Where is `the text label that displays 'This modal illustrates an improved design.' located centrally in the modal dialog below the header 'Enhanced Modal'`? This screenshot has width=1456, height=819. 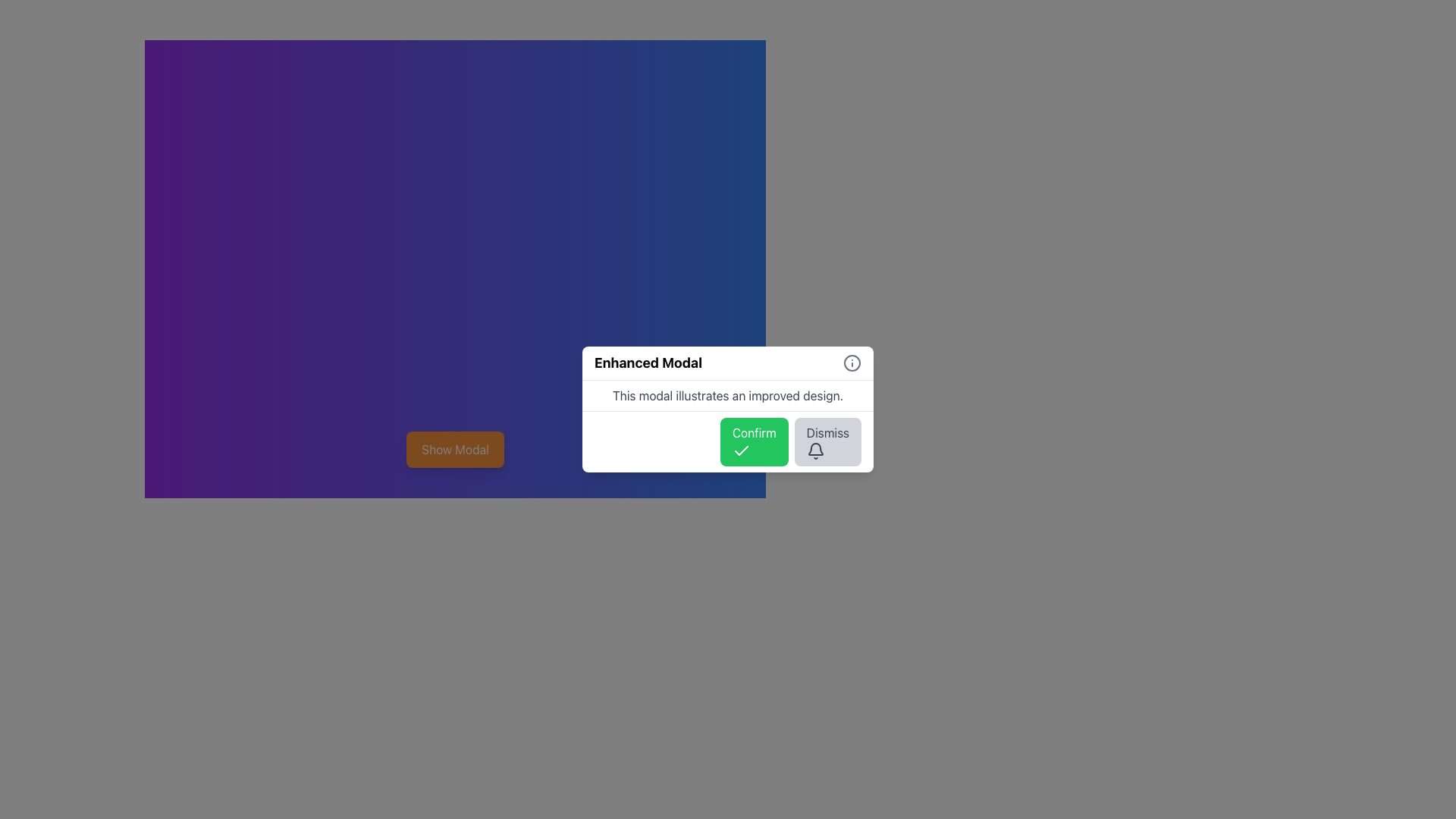 the text label that displays 'This modal illustrates an improved design.' located centrally in the modal dialog below the header 'Enhanced Modal' is located at coordinates (728, 394).